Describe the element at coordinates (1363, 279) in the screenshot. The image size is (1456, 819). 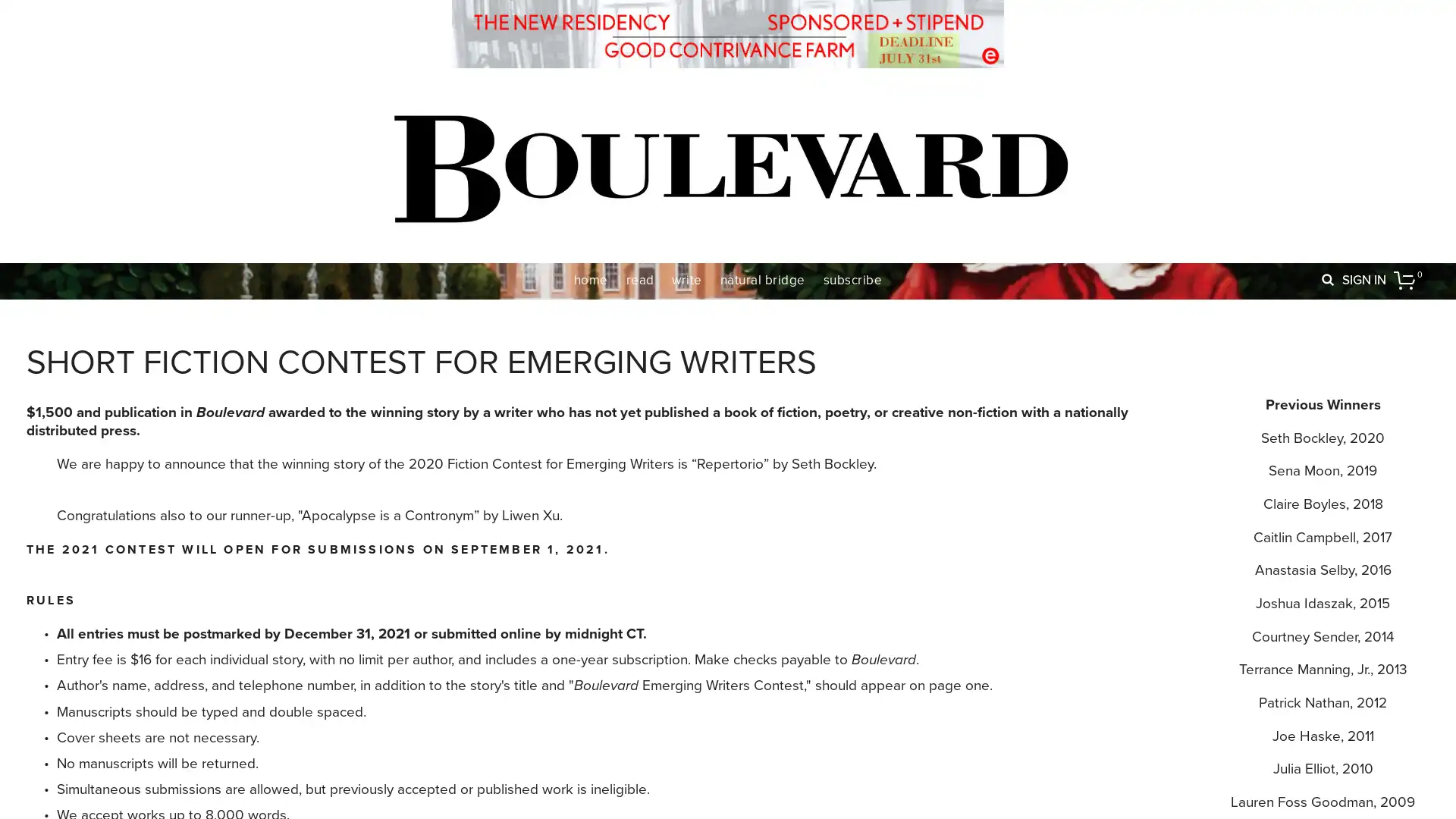
I see `SIGN IN` at that location.